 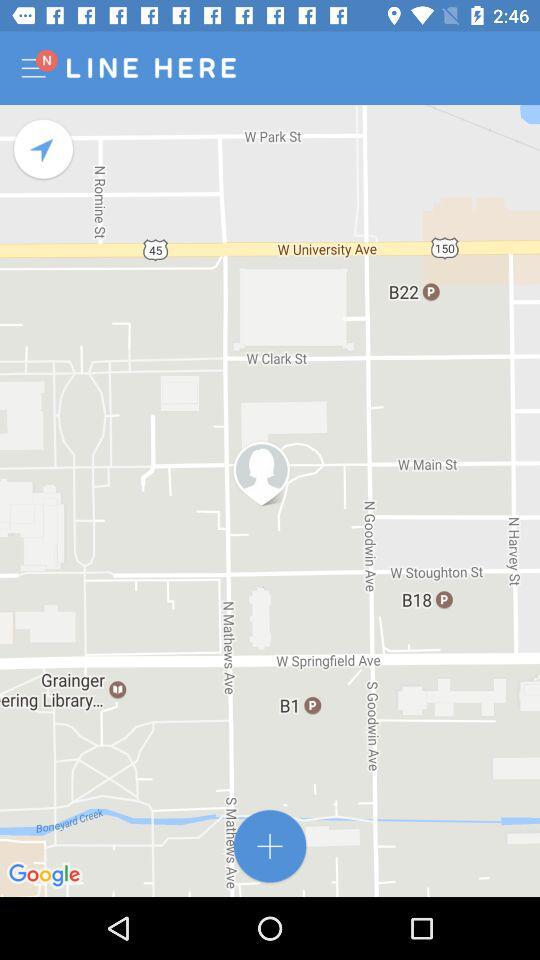 What do you see at coordinates (44, 148) in the screenshot?
I see `recenter map` at bounding box center [44, 148].